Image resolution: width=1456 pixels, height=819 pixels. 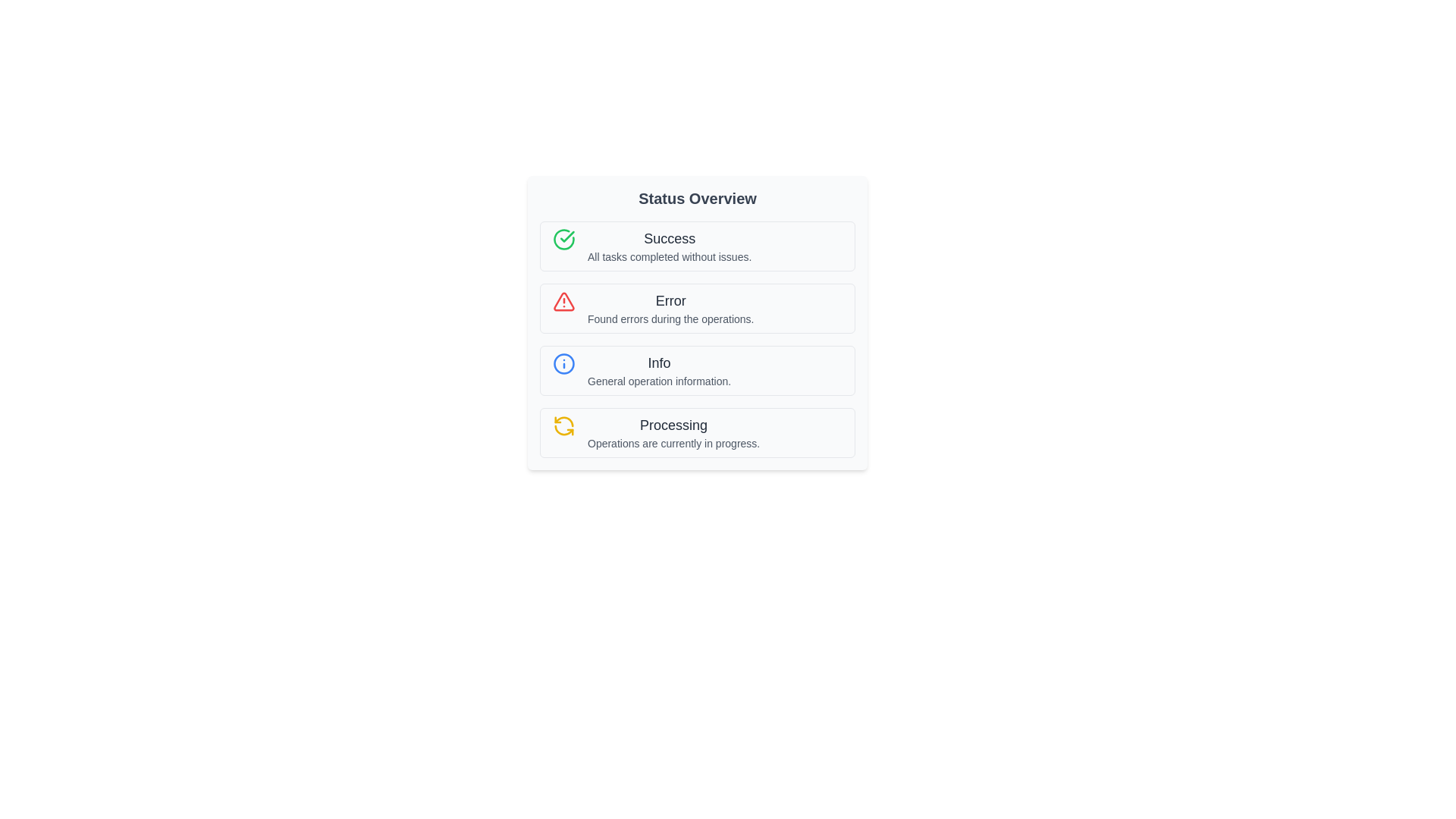 What do you see at coordinates (669, 245) in the screenshot?
I see `the status indicator text block located beneath the 'Status Overview' header, which informs the user that all tasks have been successfully completed without any issues` at bounding box center [669, 245].